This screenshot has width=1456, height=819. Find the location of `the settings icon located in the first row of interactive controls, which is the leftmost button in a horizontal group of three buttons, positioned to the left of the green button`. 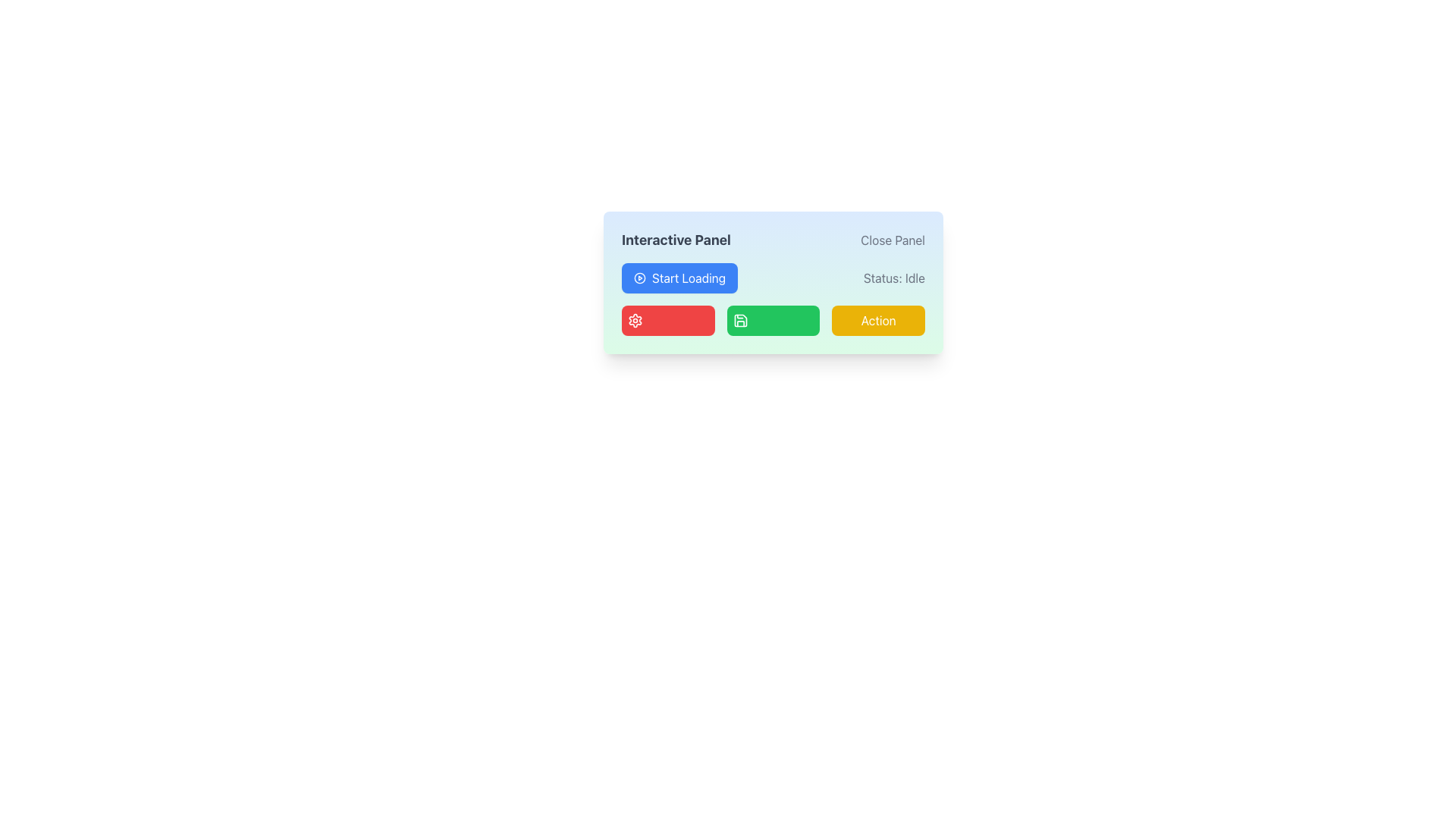

the settings icon located in the first row of interactive controls, which is the leftmost button in a horizontal group of three buttons, positioned to the left of the green button is located at coordinates (635, 320).